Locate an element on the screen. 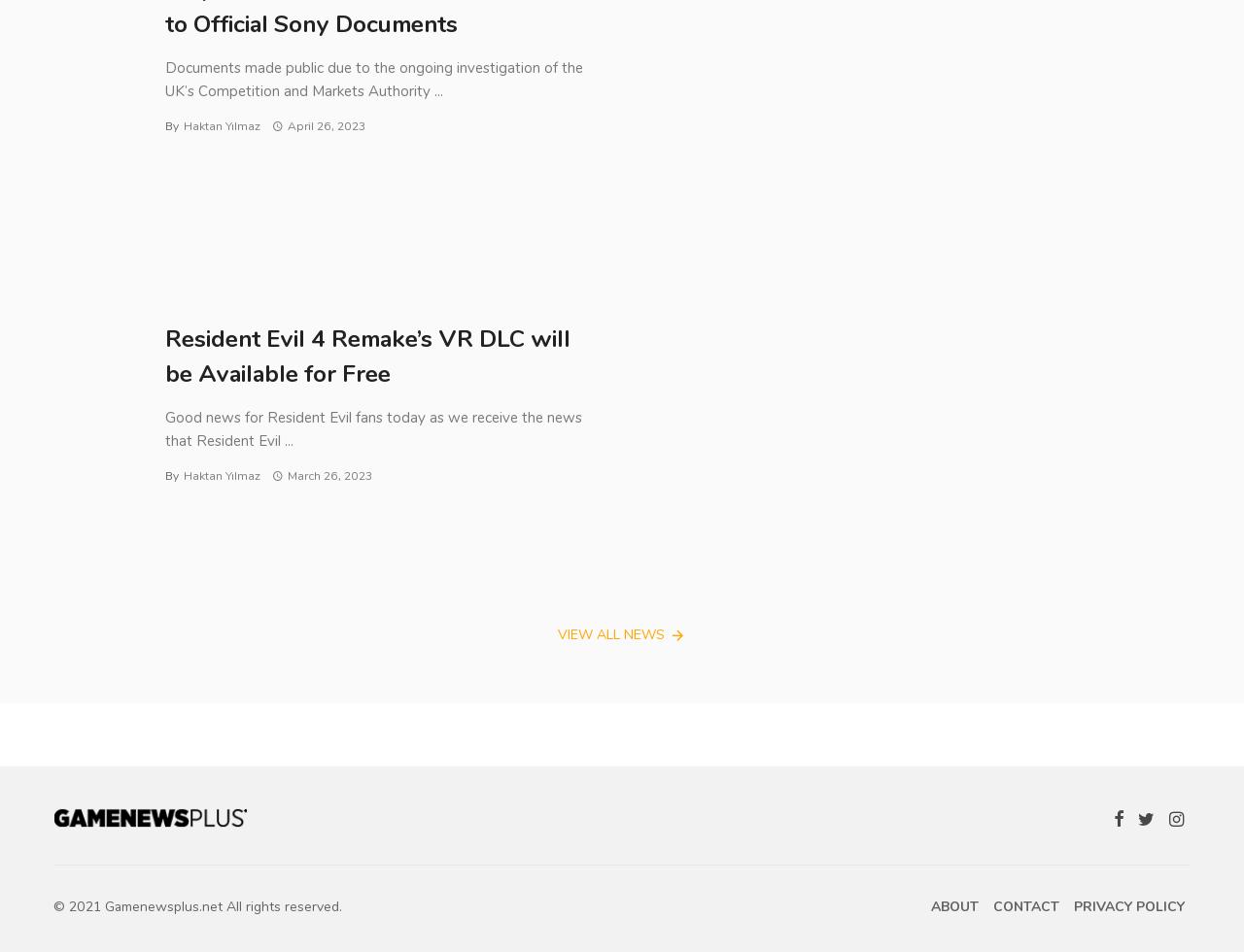 This screenshot has height=952, width=1244. 'View all News' is located at coordinates (608, 634).